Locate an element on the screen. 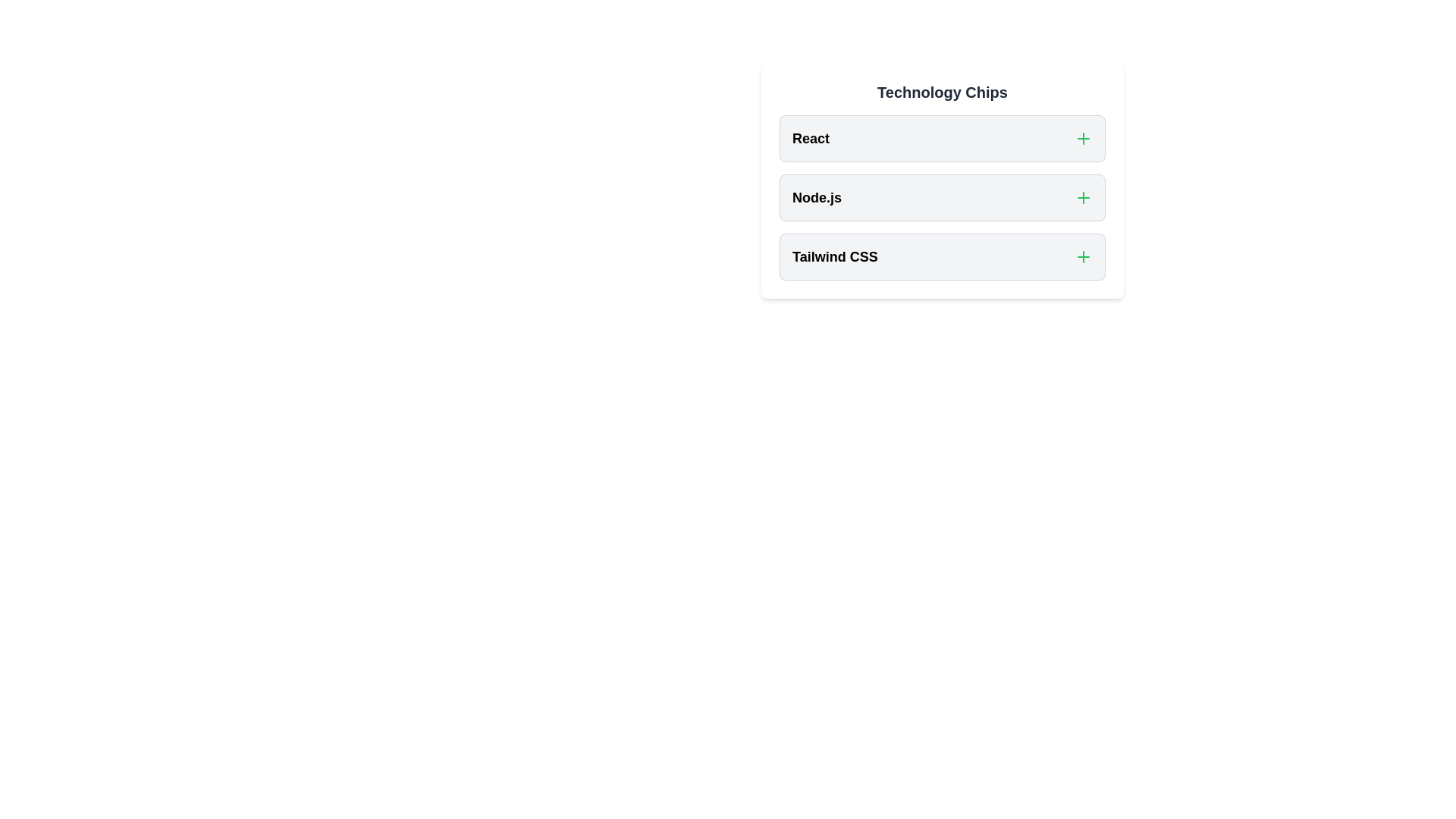 Image resolution: width=1456 pixels, height=819 pixels. the title of the chip named Node.js to focus on it is located at coordinates (816, 197).